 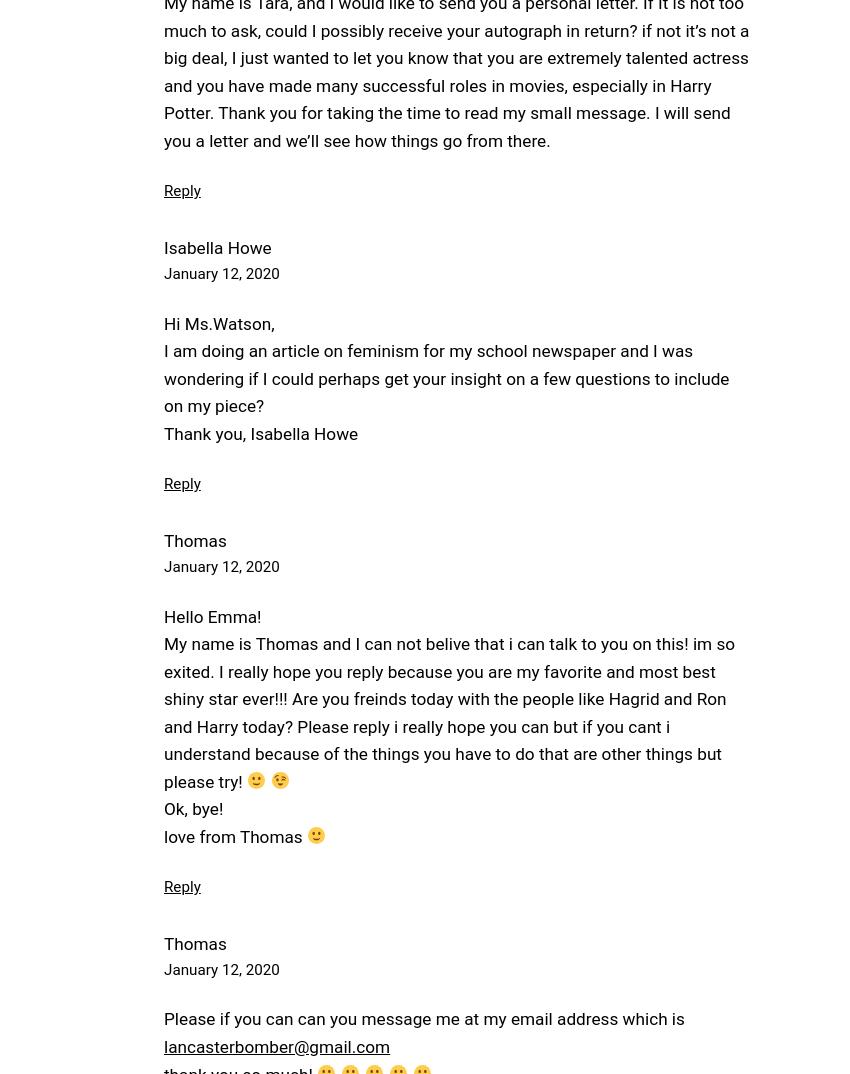 I want to click on 'Thank you, Isabella Howe', so click(x=260, y=432).